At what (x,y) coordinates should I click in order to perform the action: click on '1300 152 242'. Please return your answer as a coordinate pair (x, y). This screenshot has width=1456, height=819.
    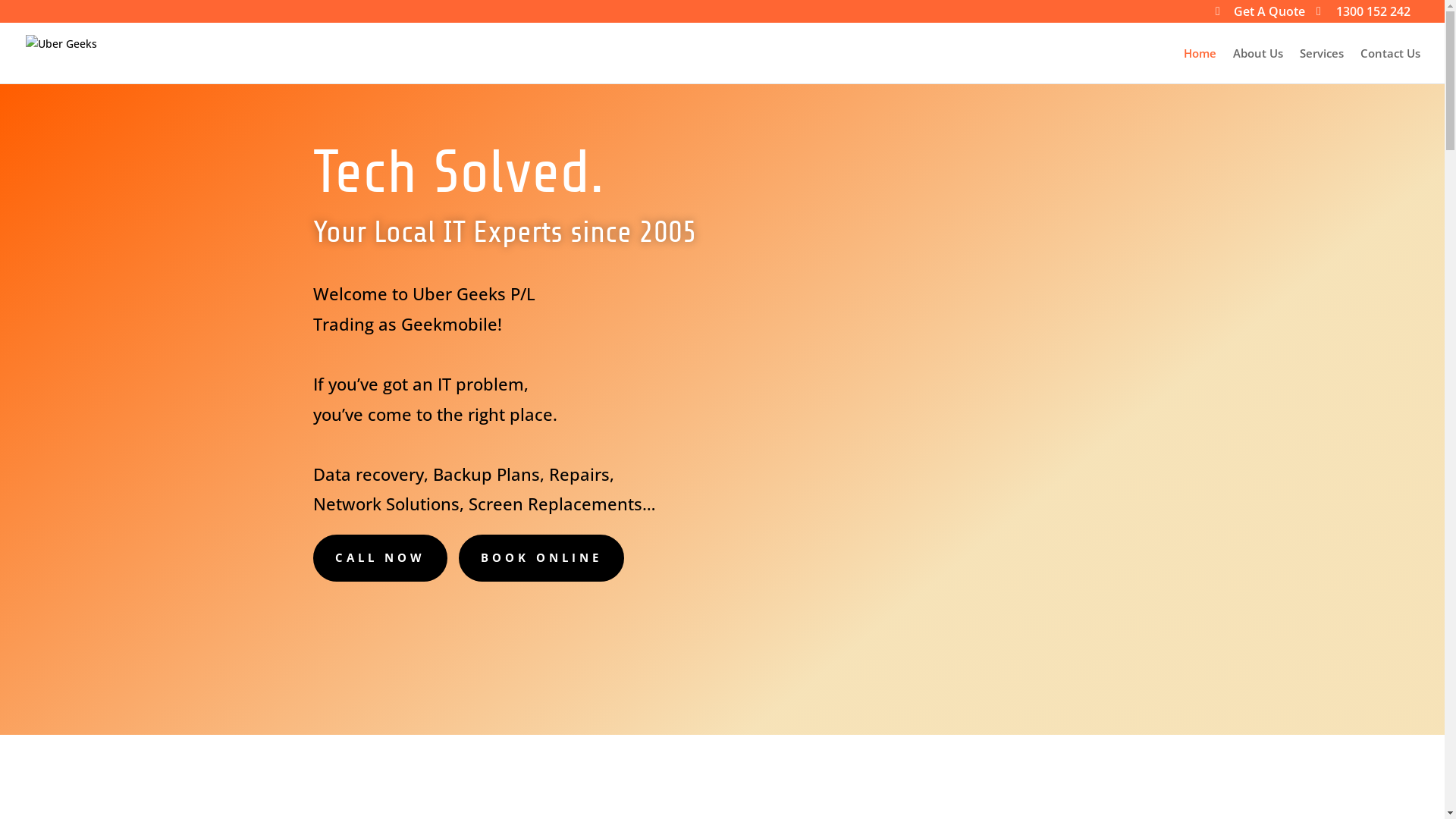
    Looking at the image, I should click on (1363, 15).